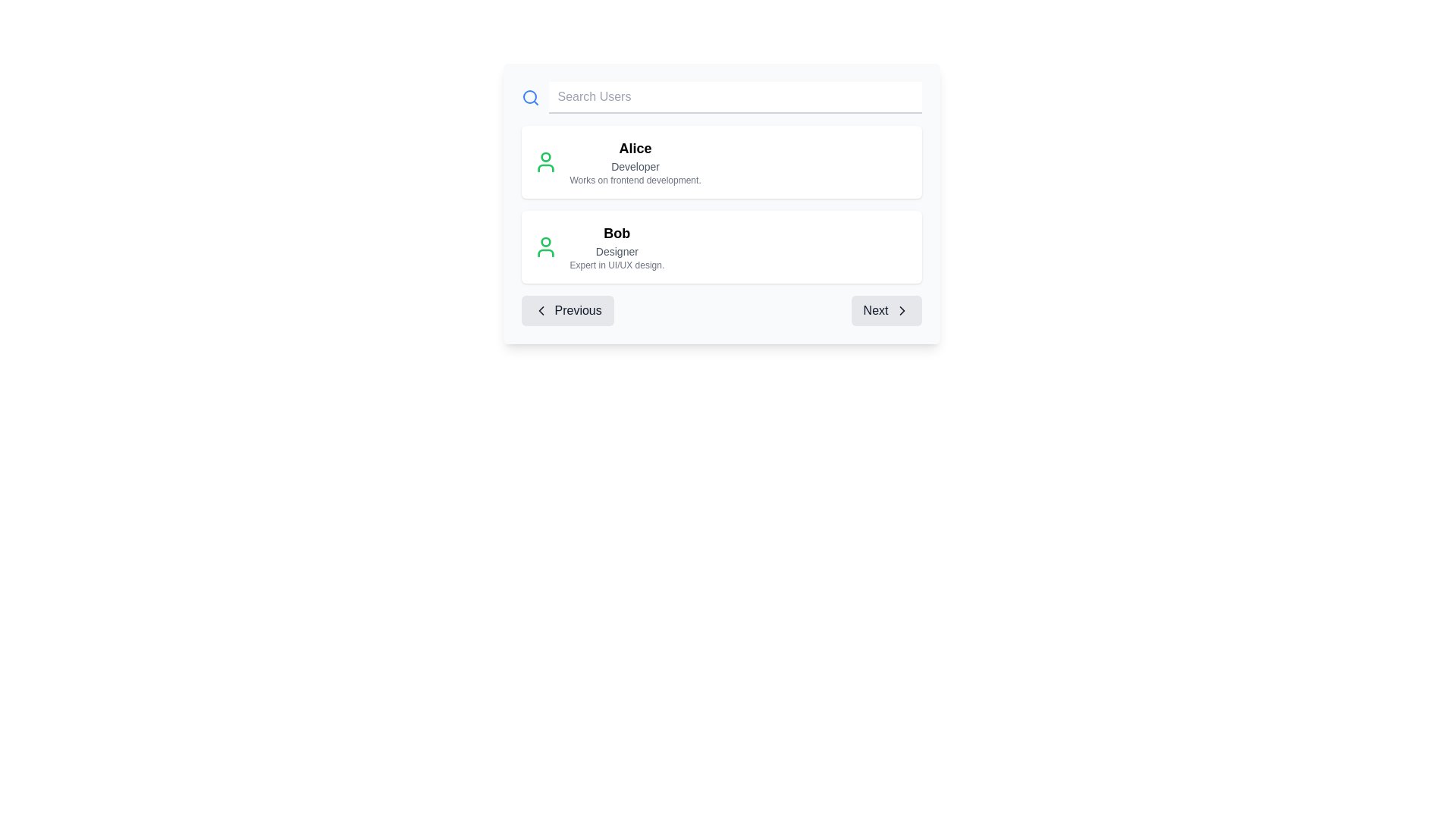 This screenshot has width=1456, height=819. Describe the element at coordinates (545, 157) in the screenshot. I see `the topmost circular graphical element representing the user 'Alice', which is positioned at the top center of the user icon` at that location.